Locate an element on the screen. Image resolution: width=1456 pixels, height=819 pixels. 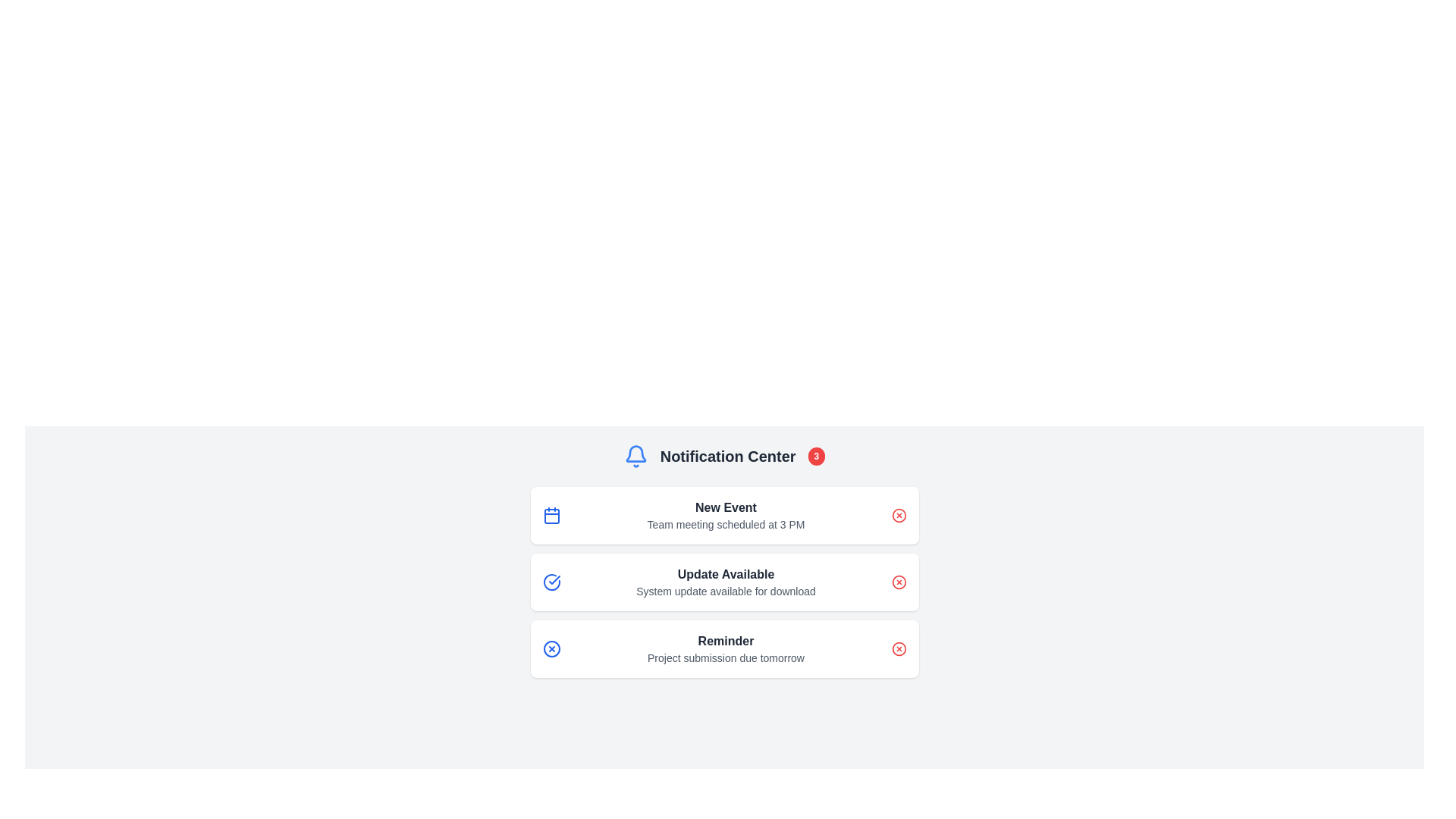
the text label that serves as the title for the notification section, positioned centrally near the top of the panel, between a blue notification bell icon and a small rounded red badge with the number '3' is located at coordinates (728, 455).